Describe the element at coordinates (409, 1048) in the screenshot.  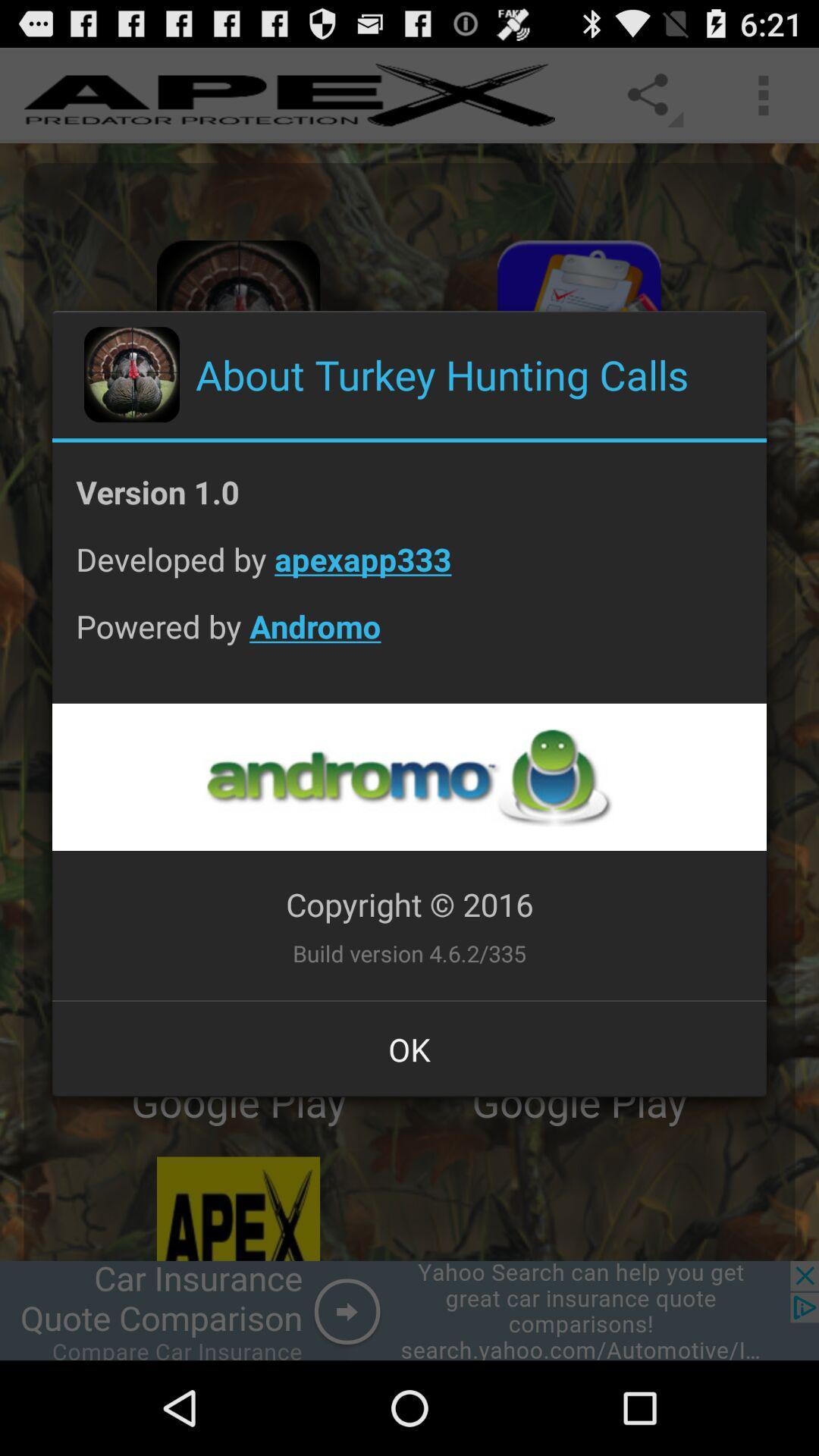
I see `the ok` at that location.